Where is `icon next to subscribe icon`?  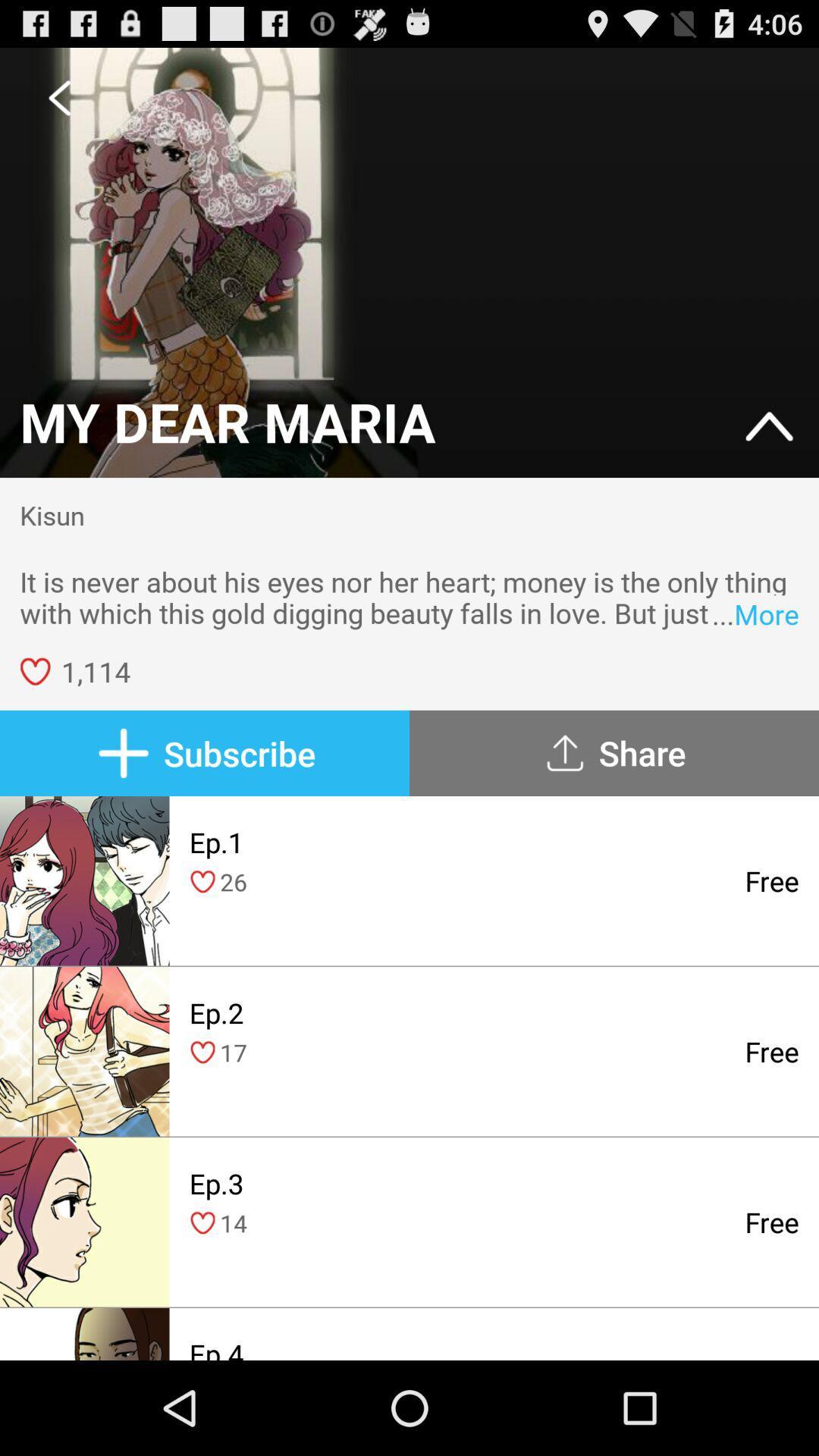
icon next to subscribe icon is located at coordinates (614, 753).